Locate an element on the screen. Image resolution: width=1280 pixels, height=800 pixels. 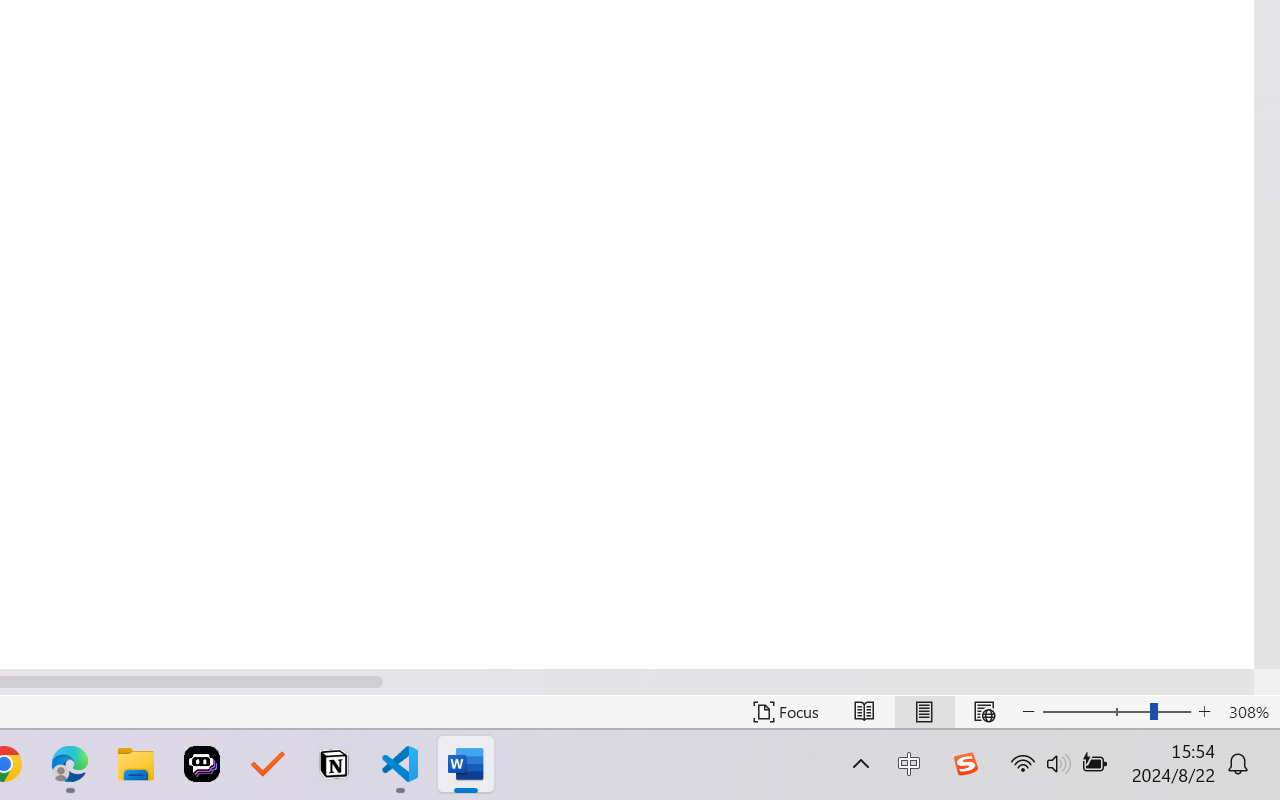
'Zoom Out' is located at coordinates (1094, 711).